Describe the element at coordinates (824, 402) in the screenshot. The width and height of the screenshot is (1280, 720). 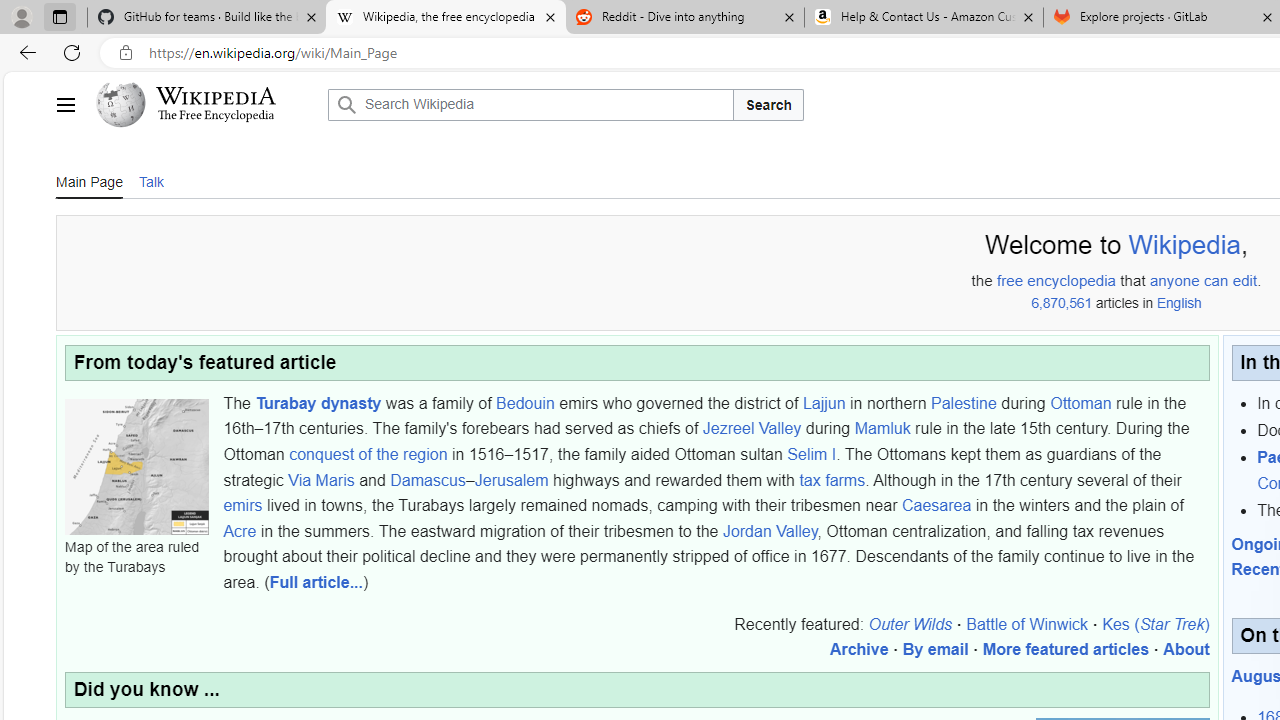
I see `'Lajjun'` at that location.